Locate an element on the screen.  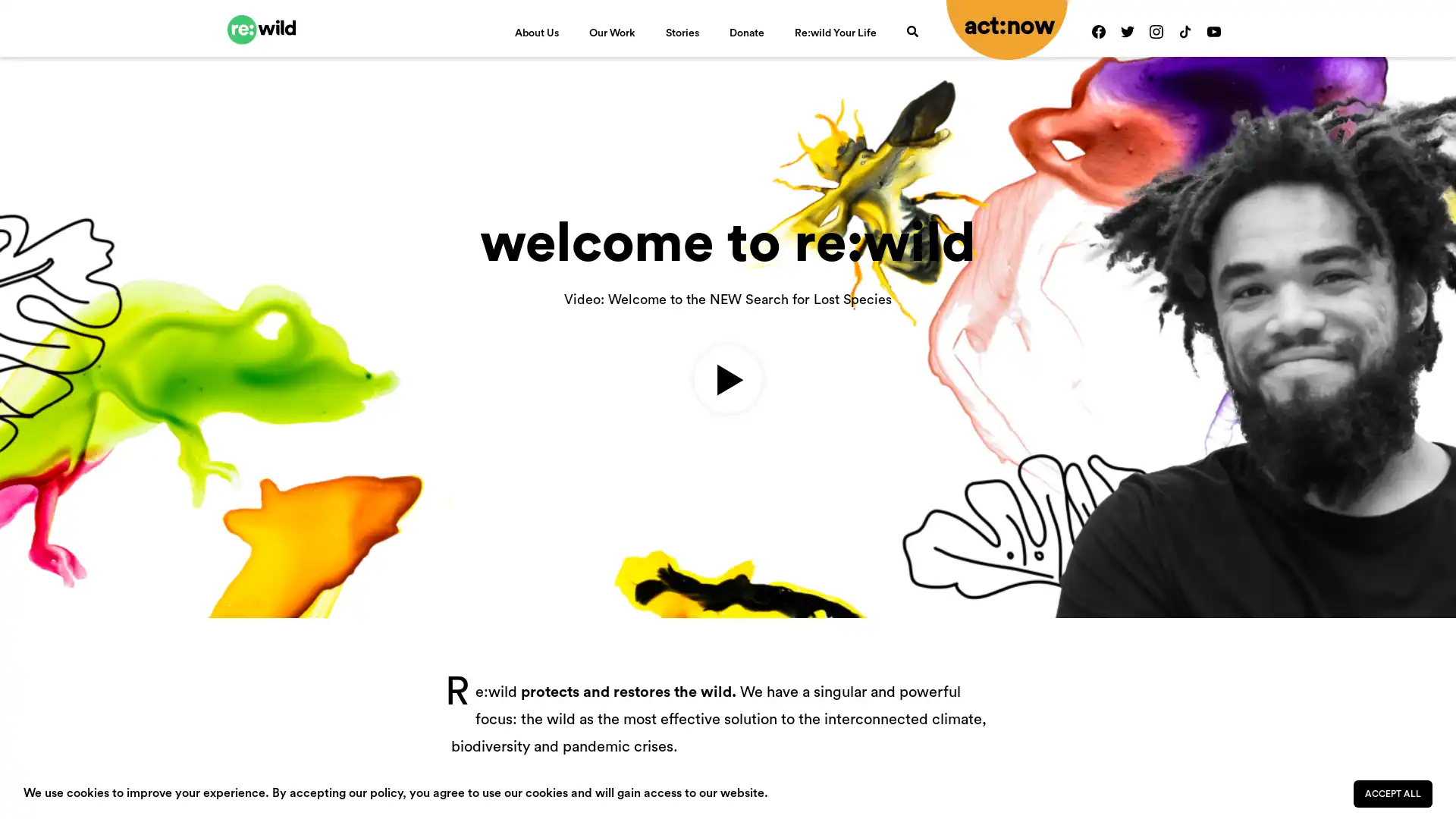
mute is located at coordinates (1321, 513).